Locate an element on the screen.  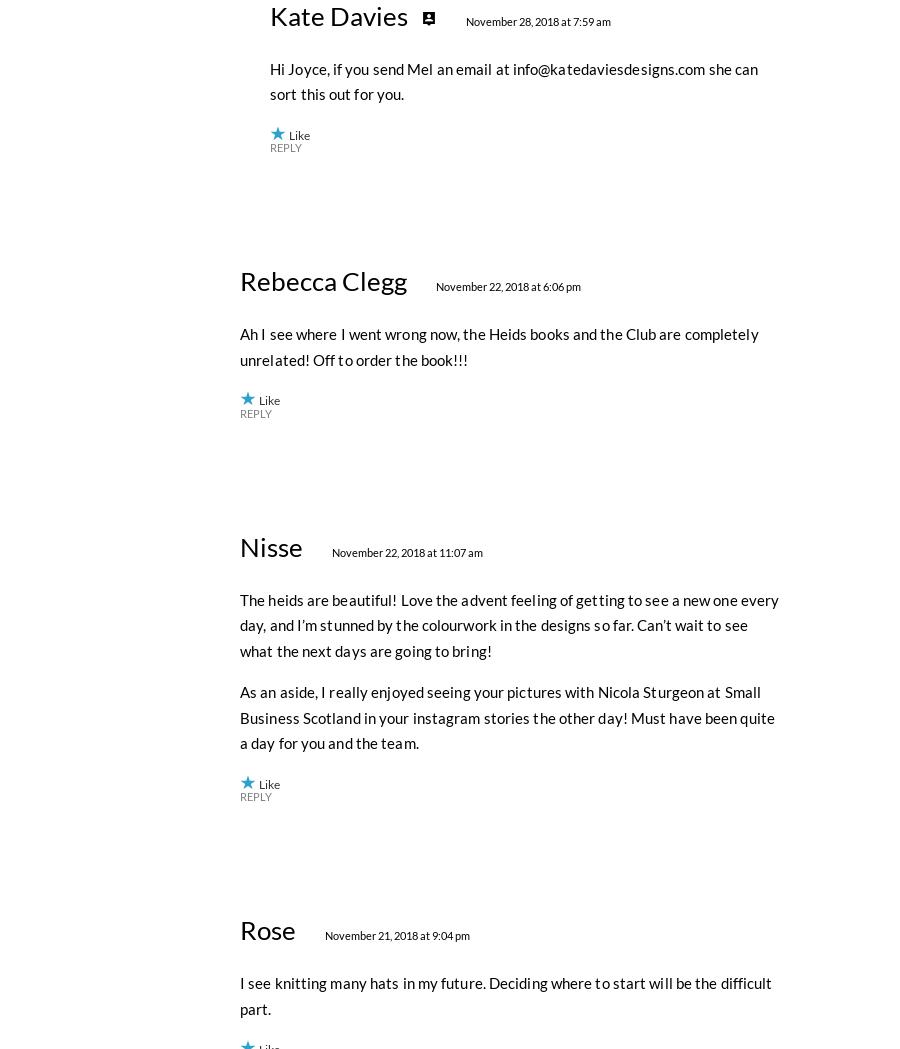
'I want to order the Heids book for my daughter as a Christmas present.  She has a Ravelry name, but I don’t want her to know about the gift yet.  What should I put on the order form?  My Ravelry name or hers?  The postal address will be mine.' is located at coordinates (506, 116).